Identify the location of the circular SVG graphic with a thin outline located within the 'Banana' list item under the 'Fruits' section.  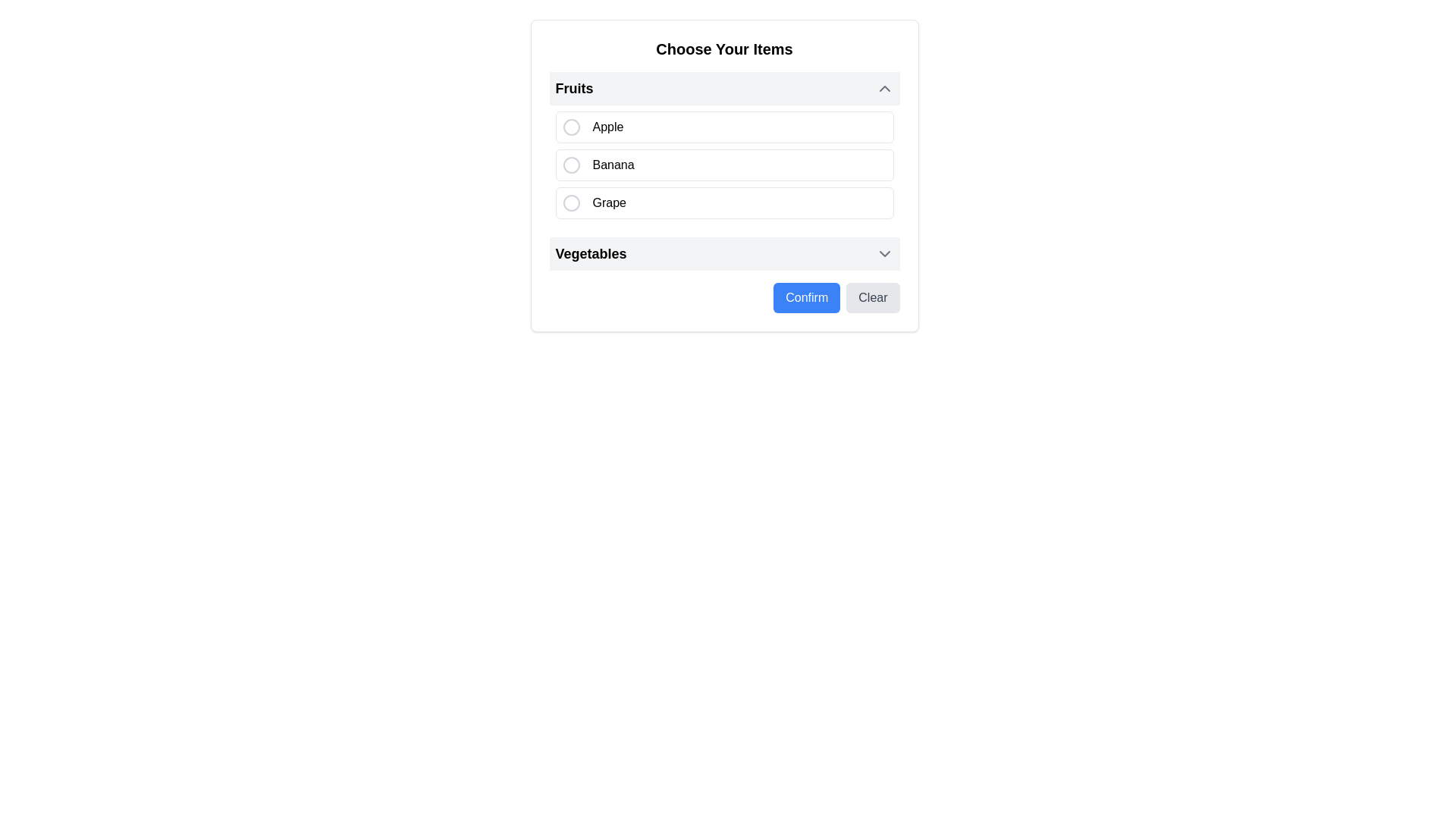
(570, 165).